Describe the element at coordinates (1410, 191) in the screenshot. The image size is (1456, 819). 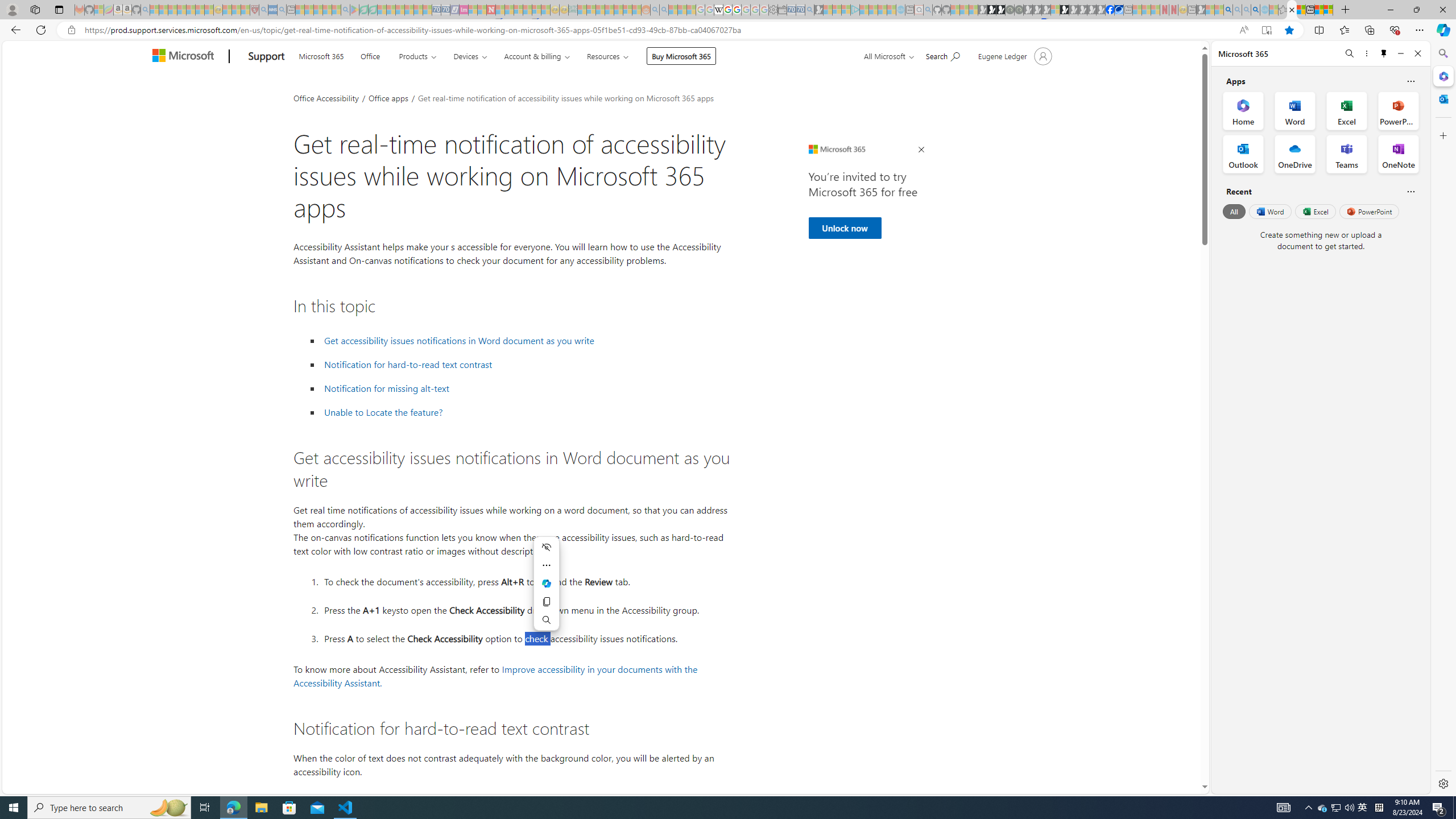
I see `'Is this helpful?'` at that location.